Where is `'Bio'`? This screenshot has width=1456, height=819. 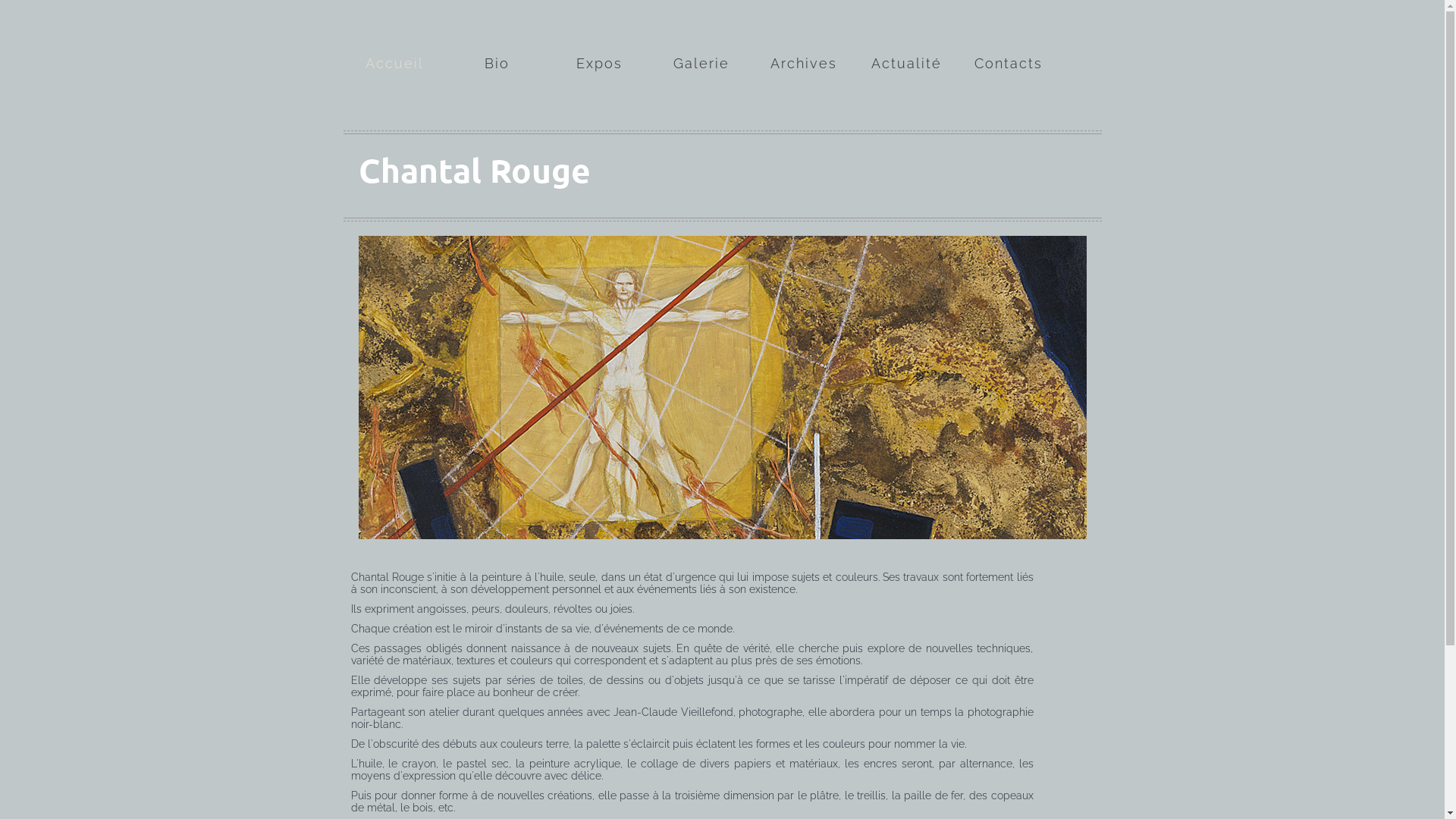 'Bio' is located at coordinates (497, 41).